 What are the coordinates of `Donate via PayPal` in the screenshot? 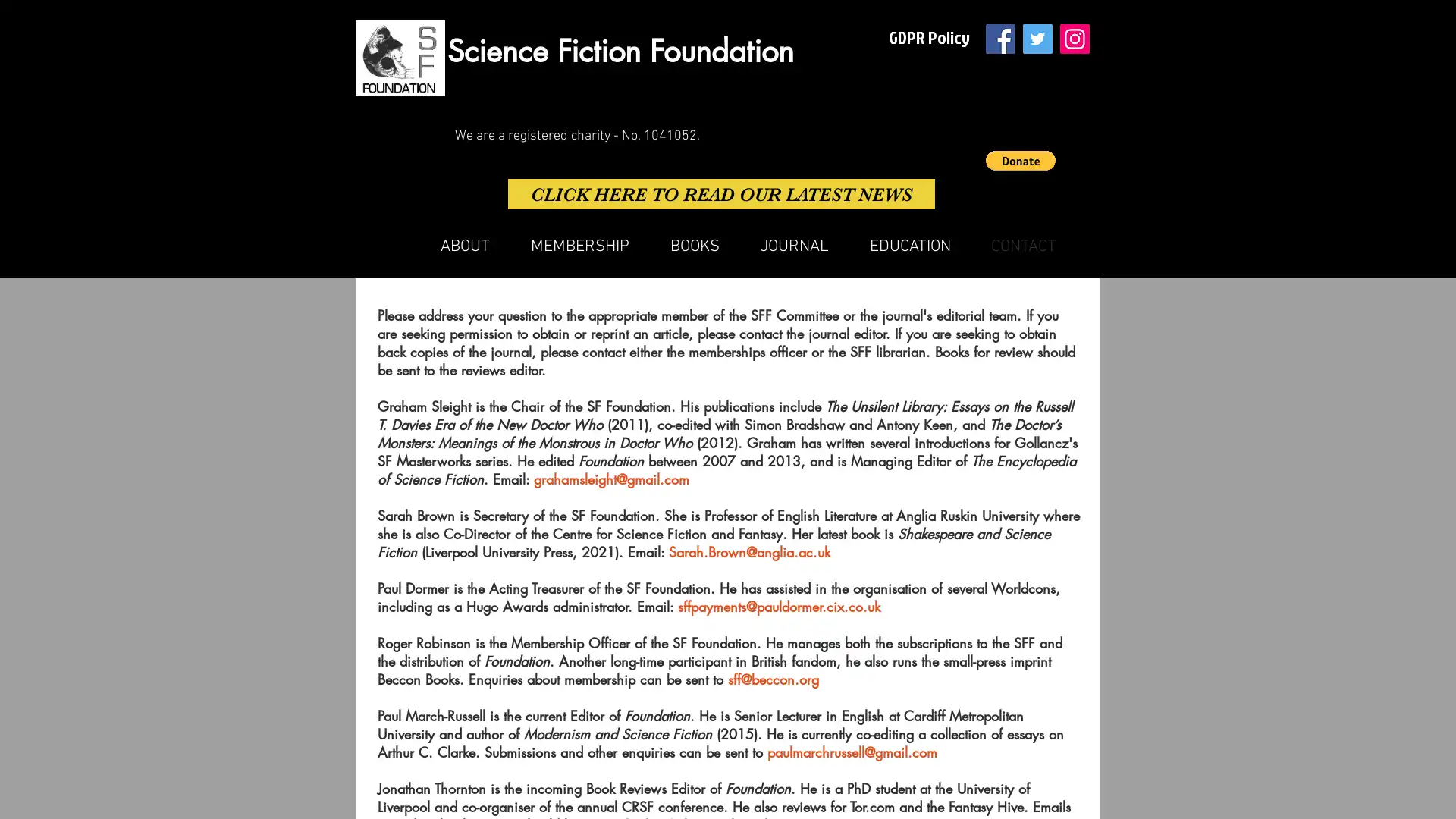 It's located at (1020, 161).